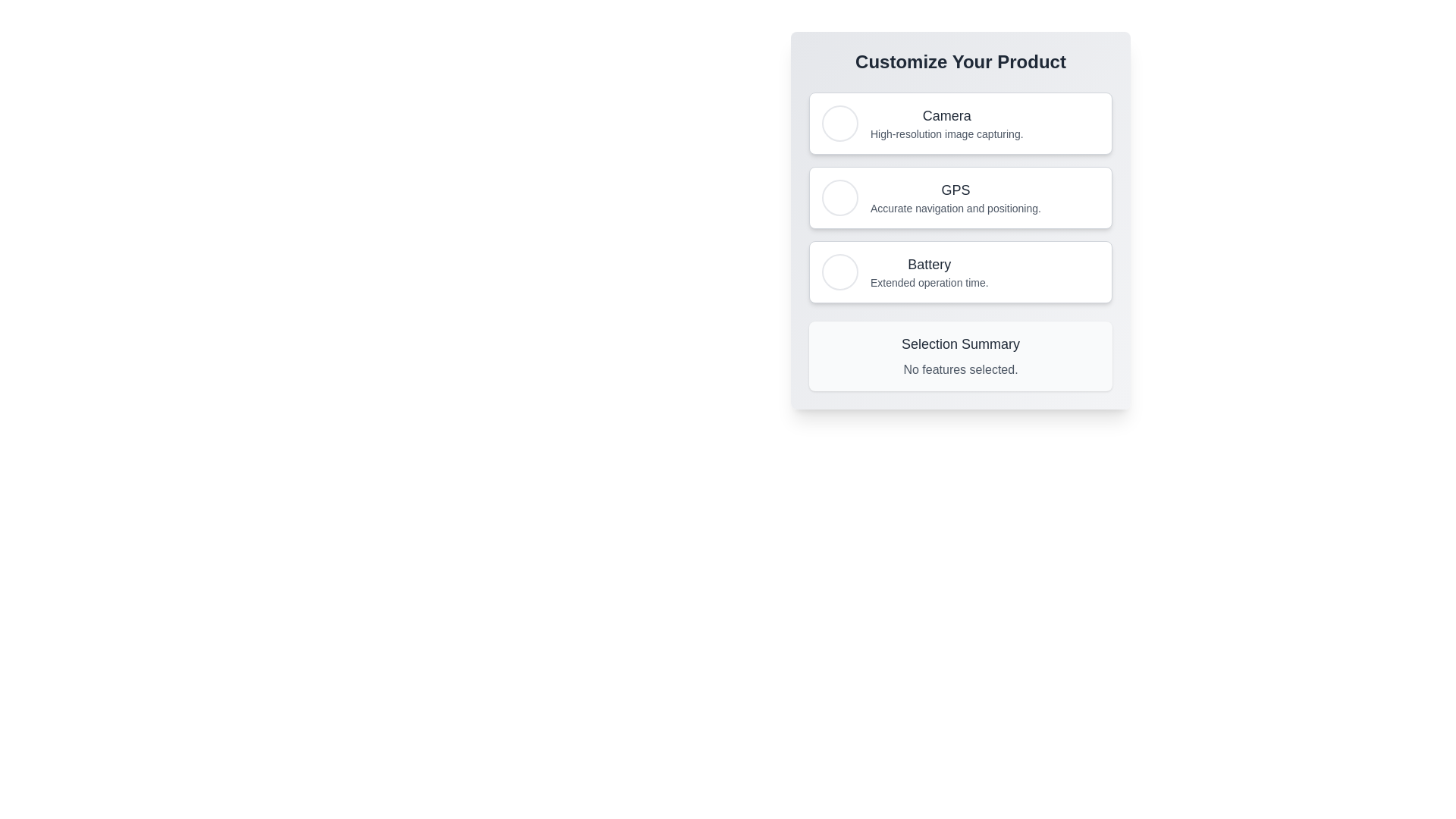  I want to click on the 'Battery' text label displayed in large, bold, dark gray font within the third option card of the vertical list, so click(928, 263).